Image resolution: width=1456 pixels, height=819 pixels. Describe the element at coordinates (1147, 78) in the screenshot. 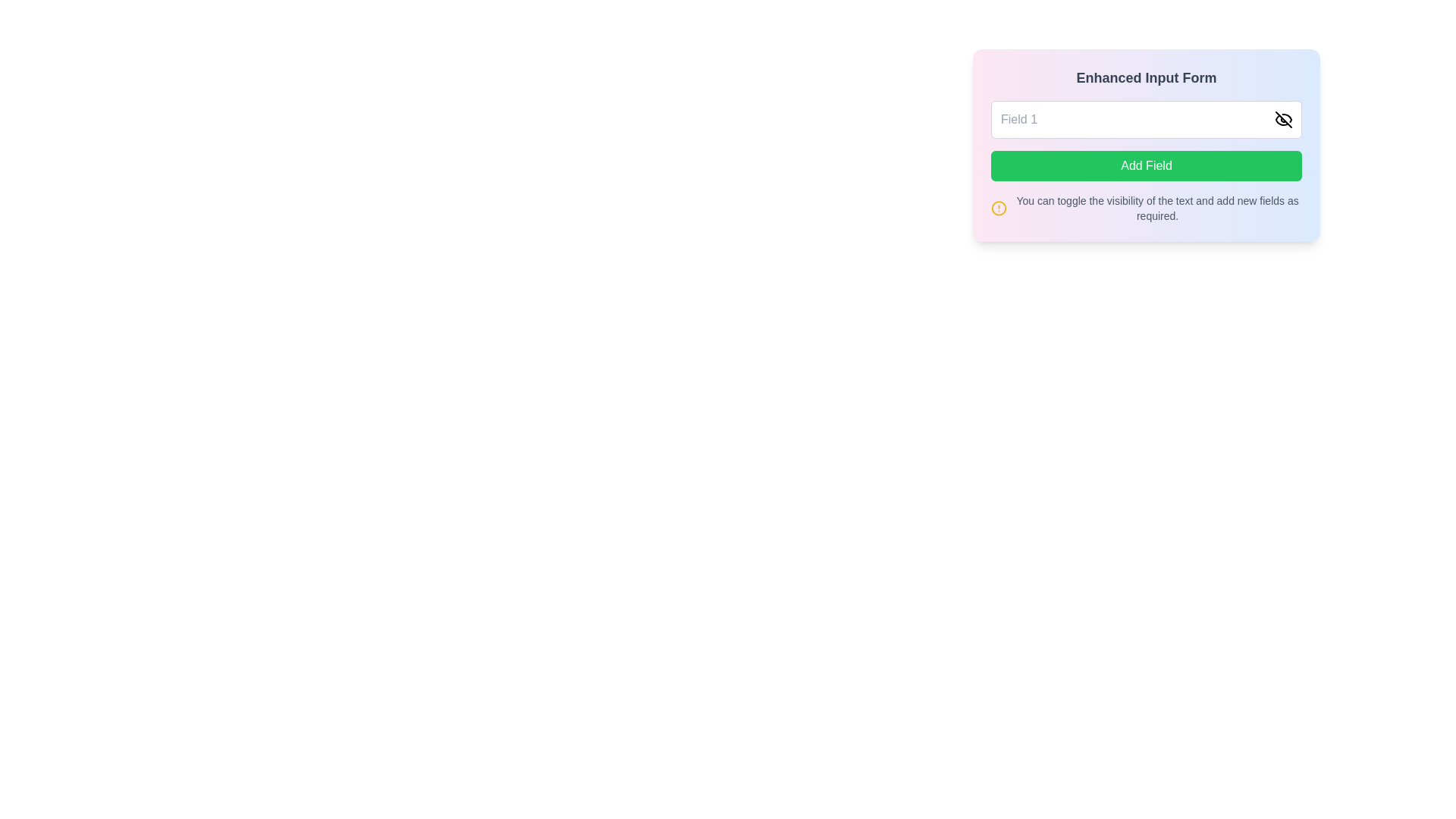

I see `the Text Label that serves as a header for the associated form, providing context about the form's purpose` at that location.